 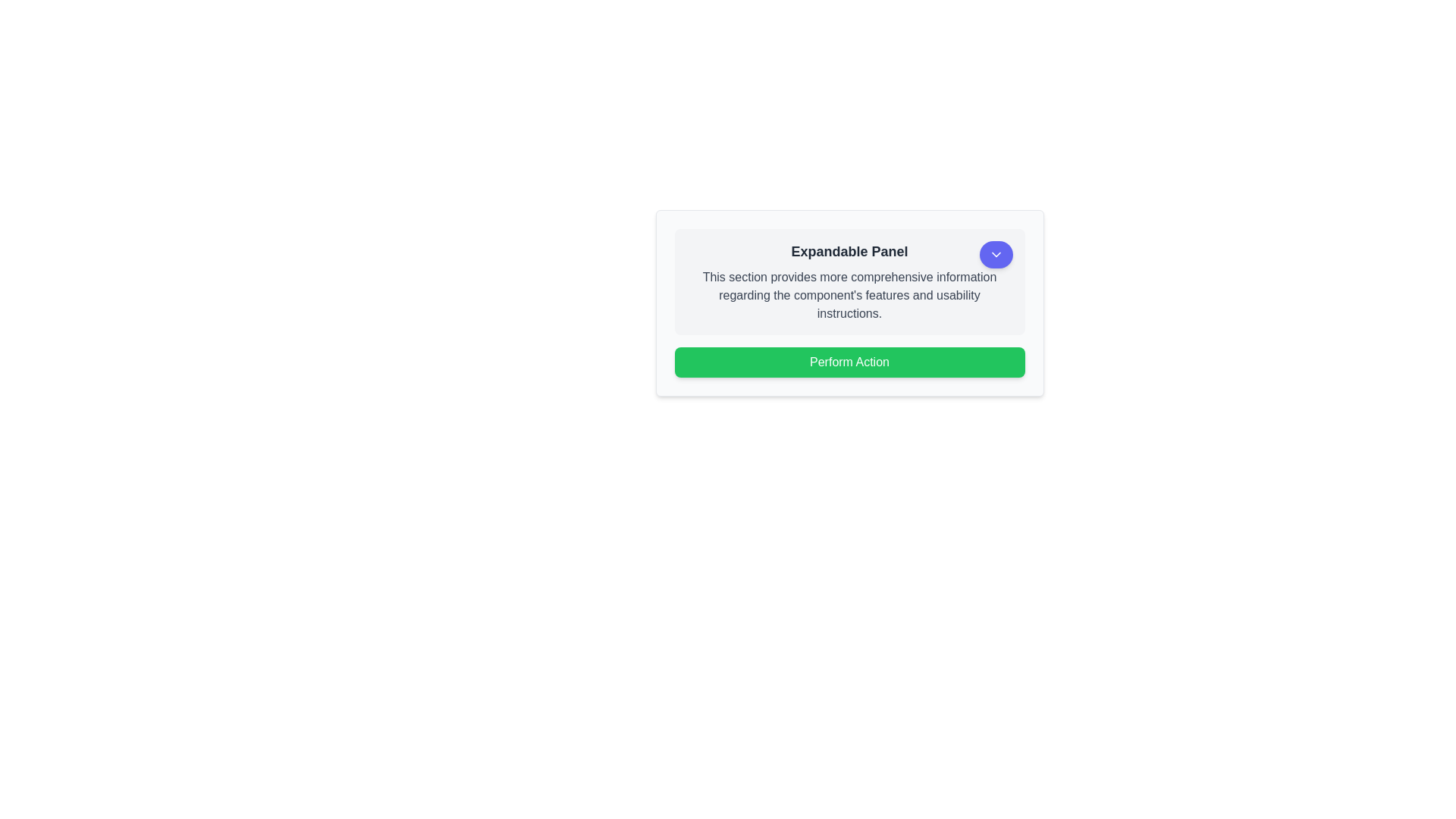 What do you see at coordinates (996, 253) in the screenshot?
I see `the interactive button located in the top-right corner of the 'Expandable Panel'` at bounding box center [996, 253].